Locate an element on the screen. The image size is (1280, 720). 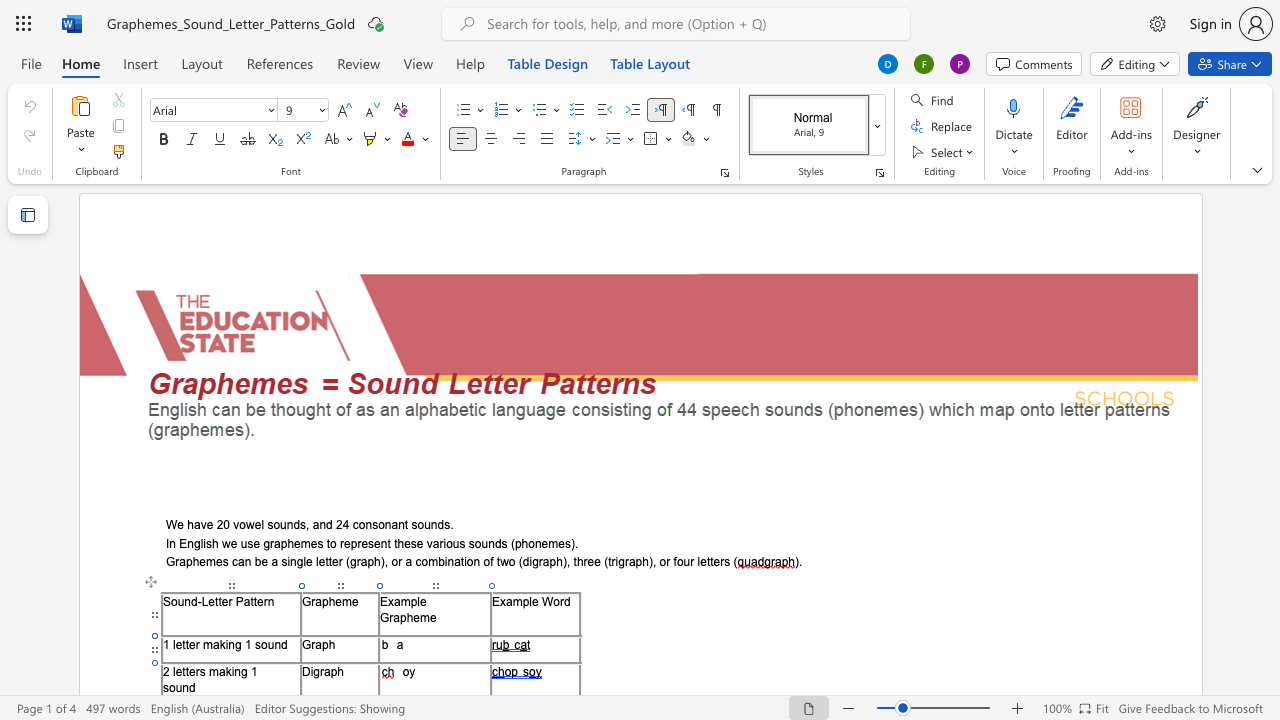
the 1th character "a" in the text is located at coordinates (327, 671).